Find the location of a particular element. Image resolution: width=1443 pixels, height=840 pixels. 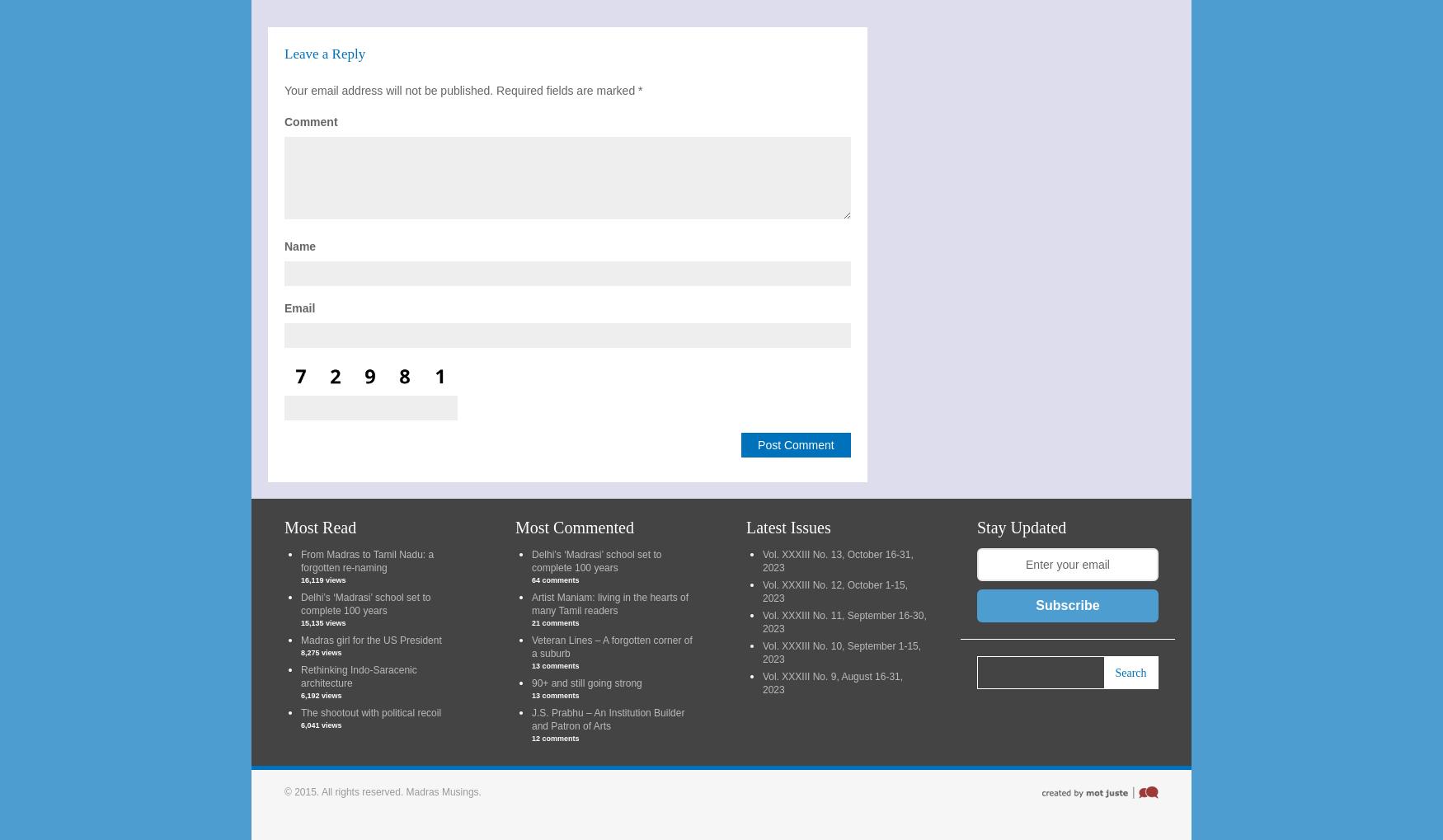

'12 comments' is located at coordinates (531, 739).